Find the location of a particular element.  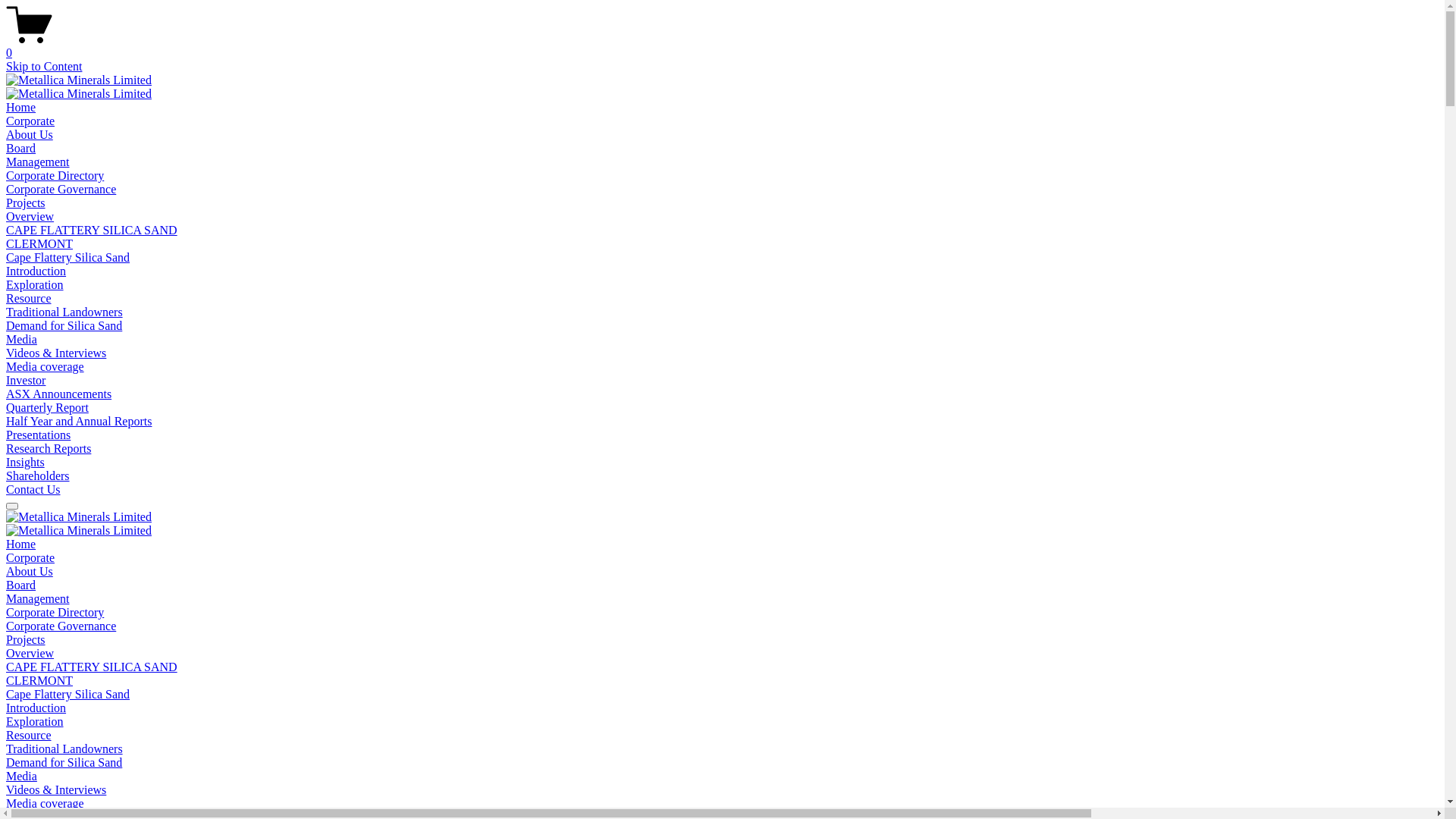

'Skip to Content' is located at coordinates (43, 65).